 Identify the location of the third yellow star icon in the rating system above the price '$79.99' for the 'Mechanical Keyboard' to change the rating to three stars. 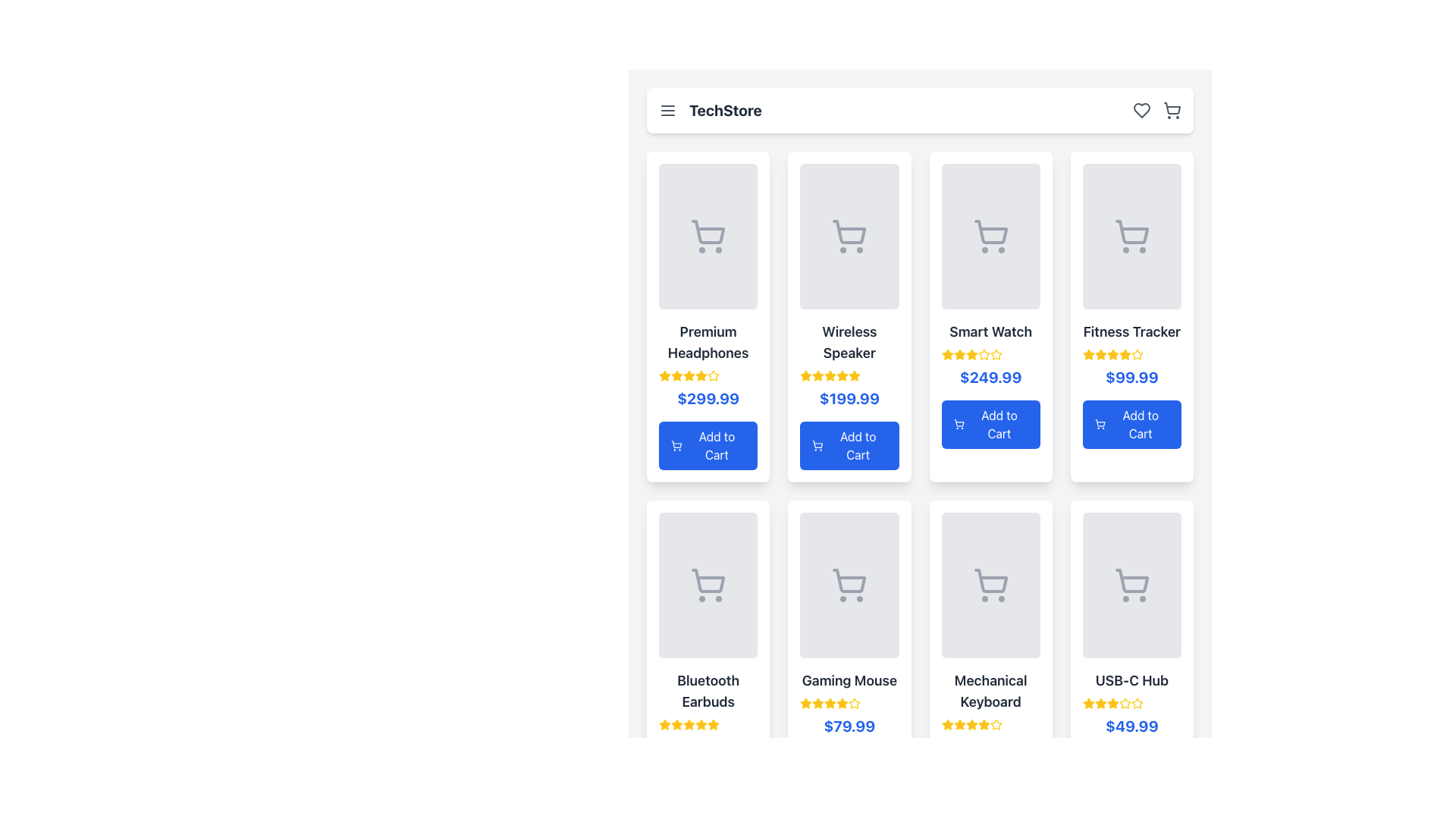
(959, 723).